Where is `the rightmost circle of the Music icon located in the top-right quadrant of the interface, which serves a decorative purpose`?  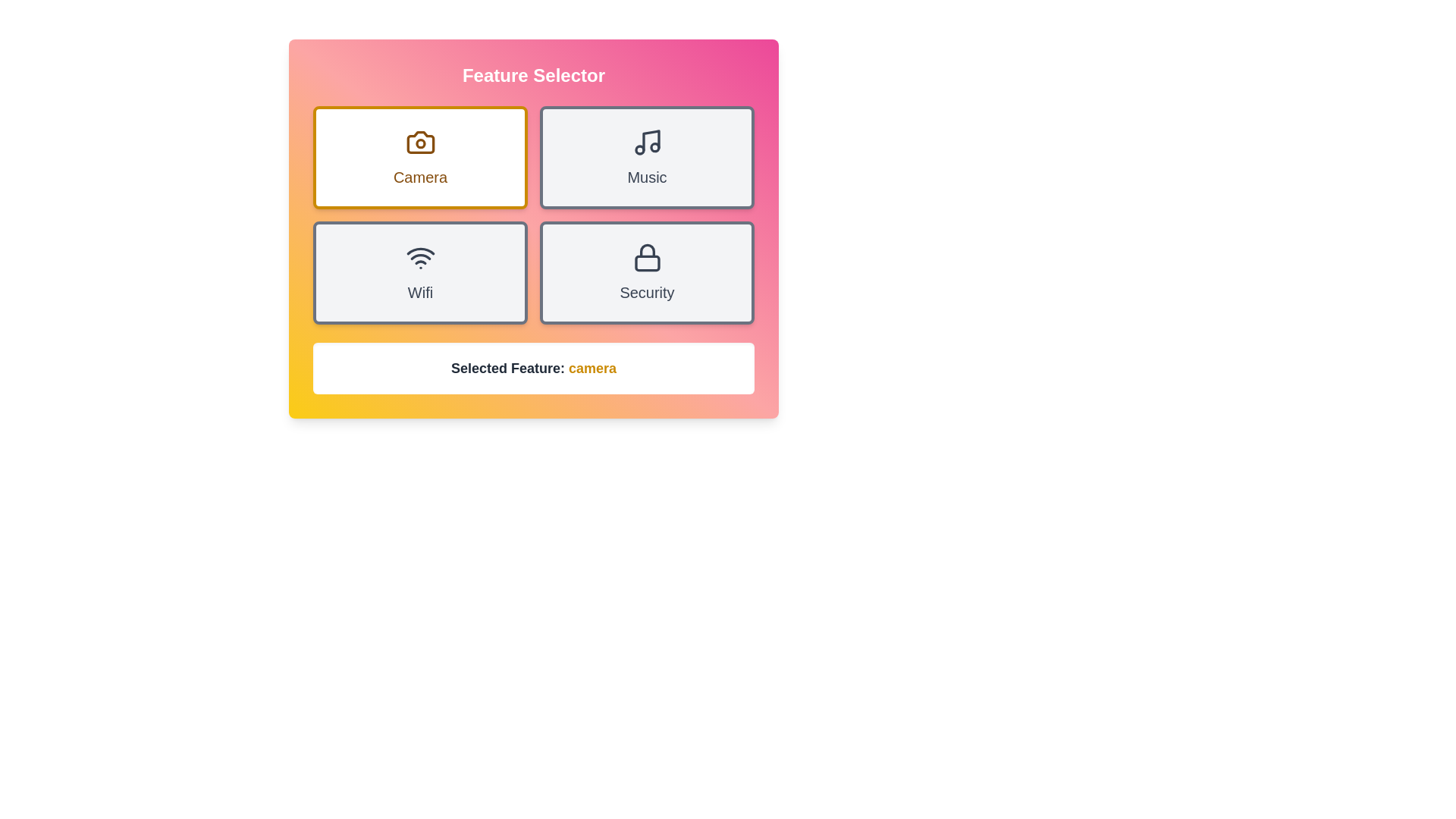
the rightmost circle of the Music icon located in the top-right quadrant of the interface, which serves a decorative purpose is located at coordinates (654, 147).